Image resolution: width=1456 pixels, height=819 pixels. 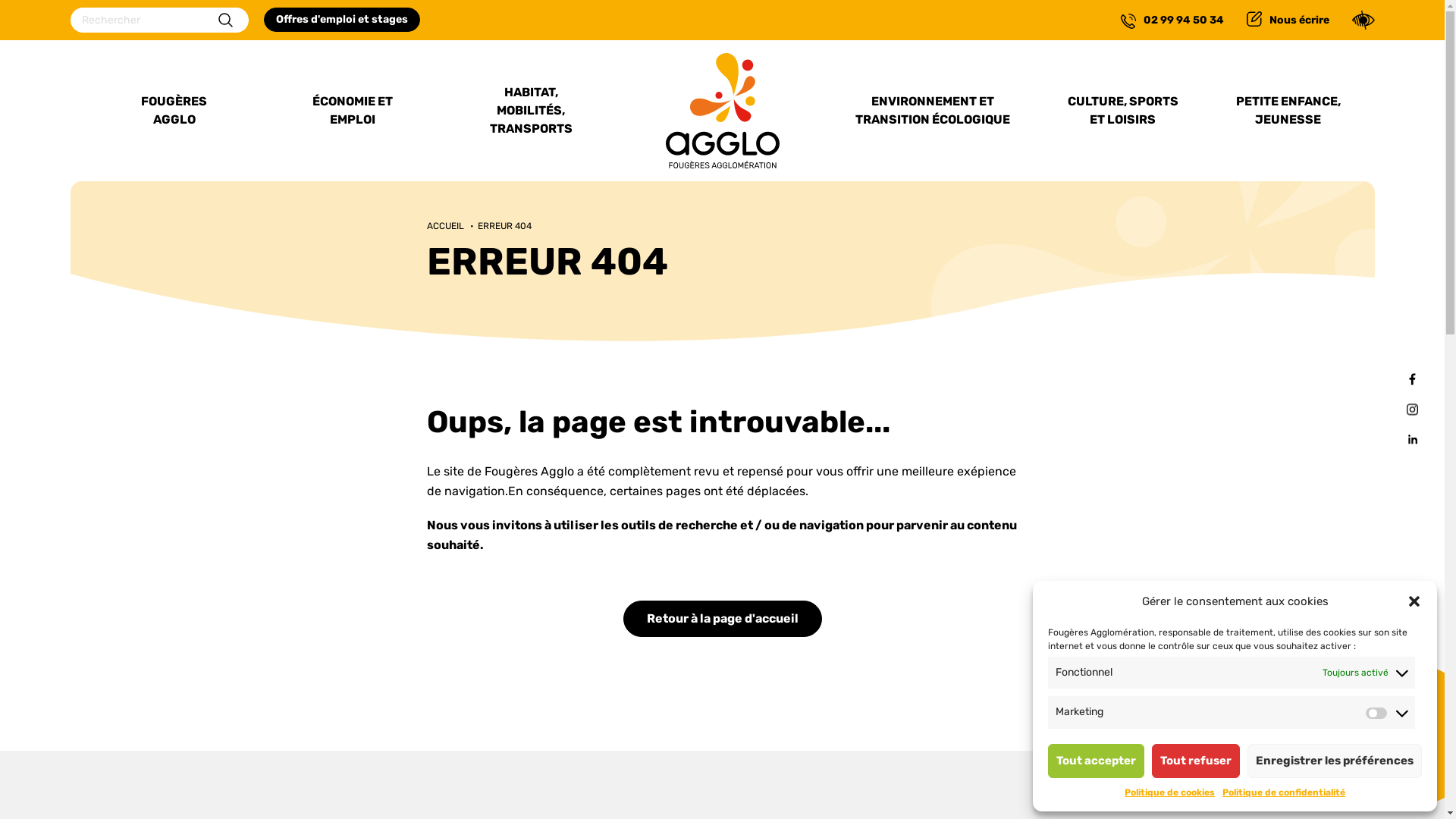 What do you see at coordinates (1096, 761) in the screenshot?
I see `'Tout accepter'` at bounding box center [1096, 761].